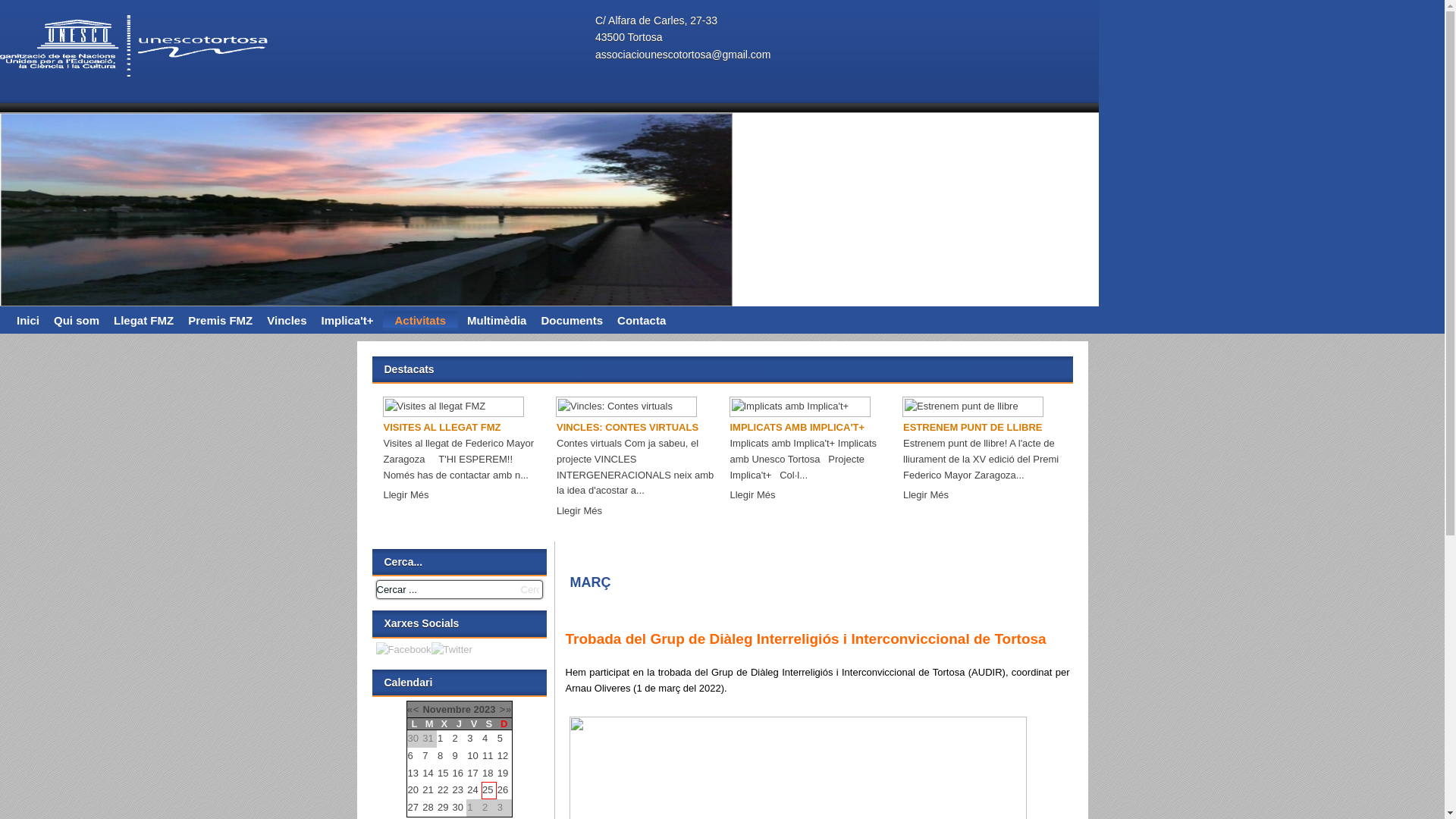  Describe the element at coordinates (441, 427) in the screenshot. I see `'VISITES AL LLEGAT FMZ'` at that location.